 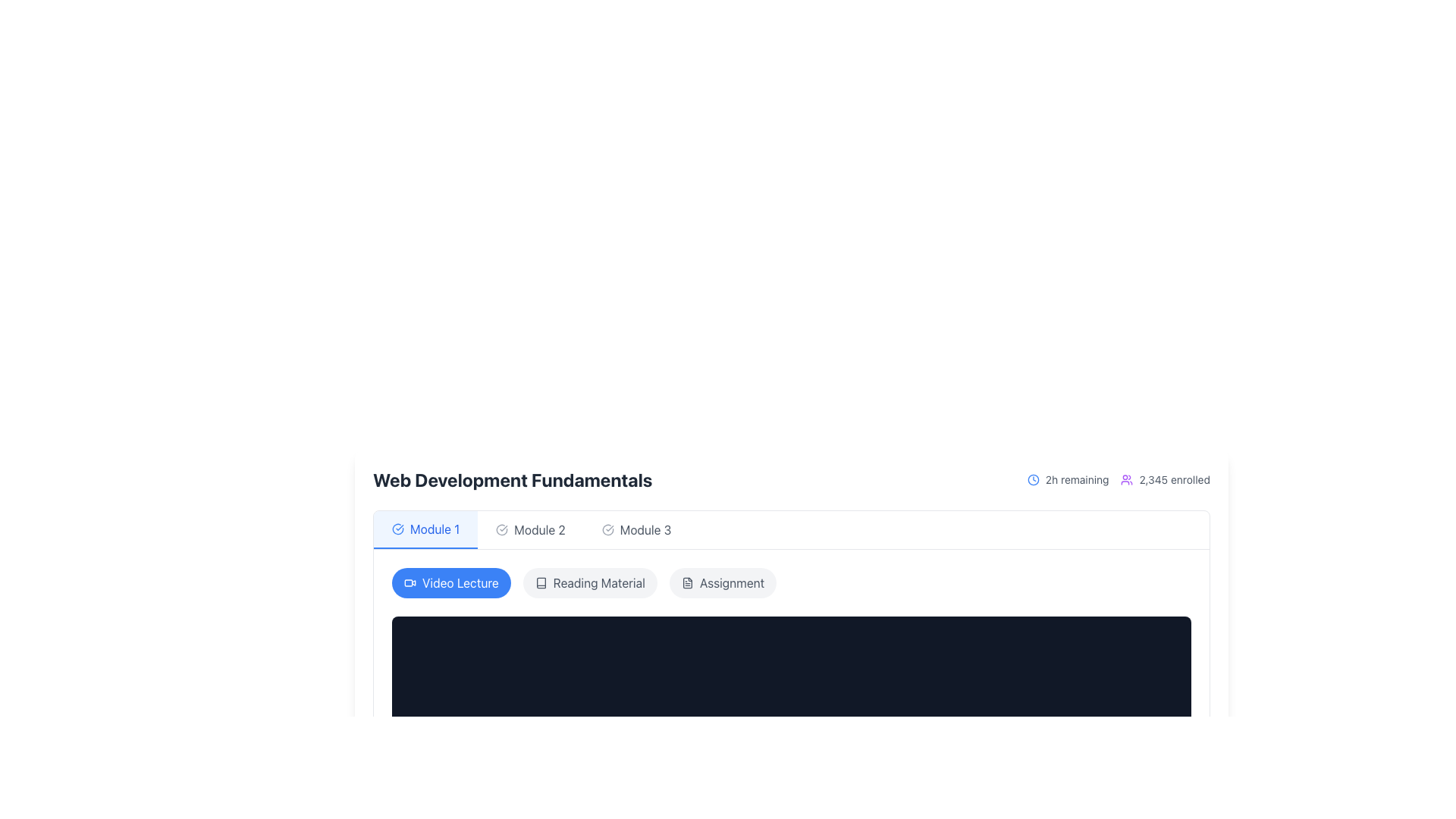 What do you see at coordinates (425, 529) in the screenshot?
I see `the 'Module 1' navigation tab located below the header 'Web Development Fundamentals'` at bounding box center [425, 529].